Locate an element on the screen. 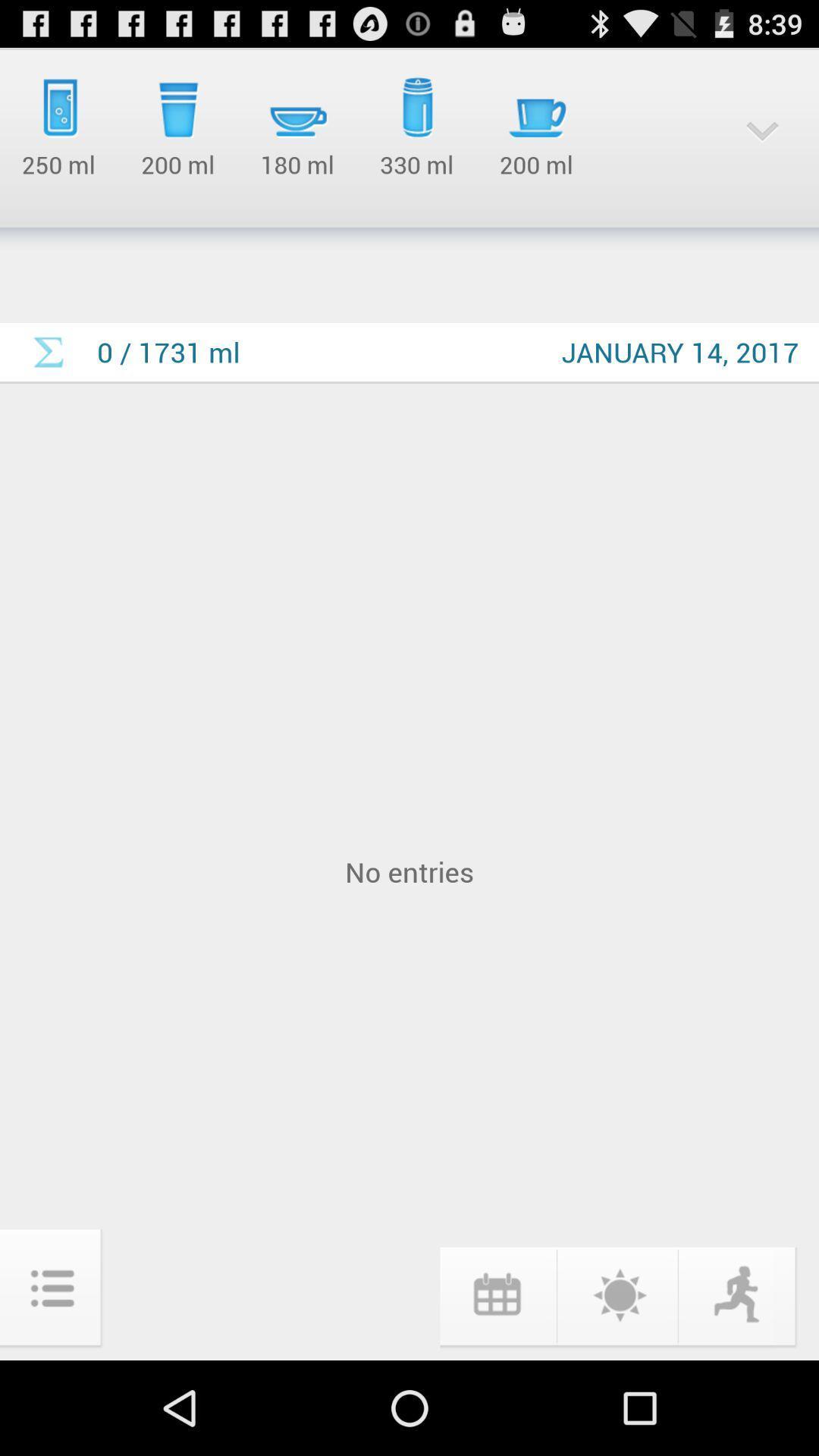 The height and width of the screenshot is (1456, 819). the dropdown icon at top right corner is located at coordinates (762, 131).